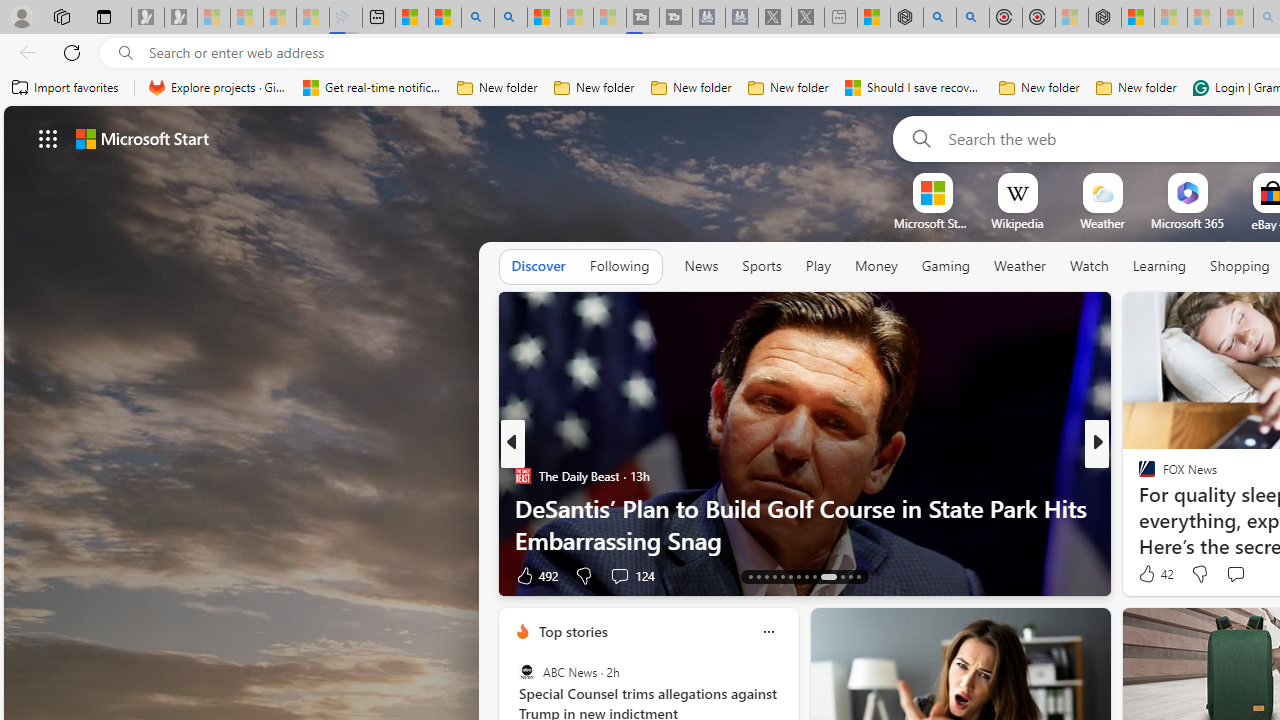 Image resolution: width=1280 pixels, height=720 pixels. I want to click on '49 Like', so click(1149, 575).